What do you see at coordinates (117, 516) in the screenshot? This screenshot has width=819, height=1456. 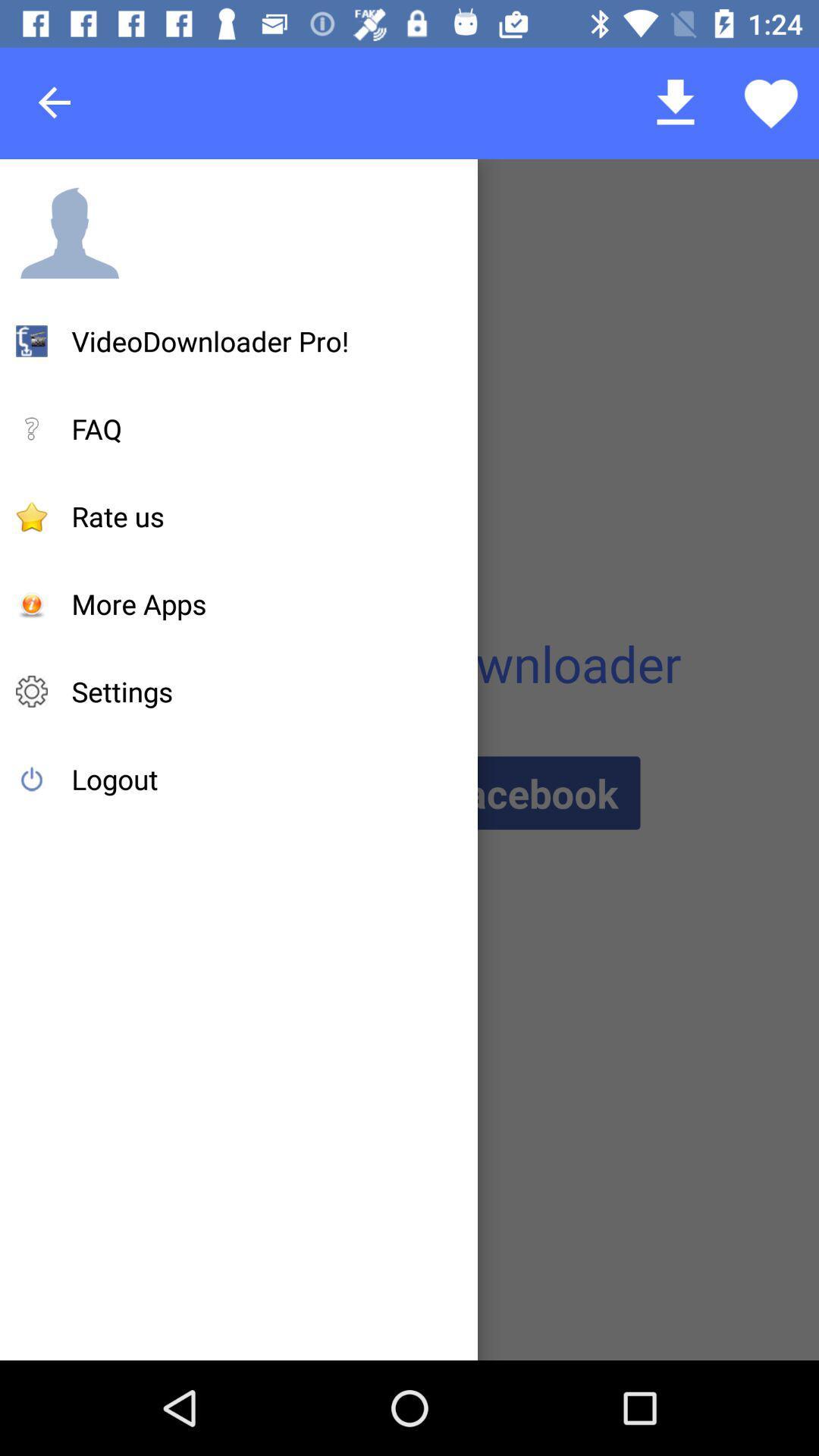 I see `the icon above the more apps` at bounding box center [117, 516].